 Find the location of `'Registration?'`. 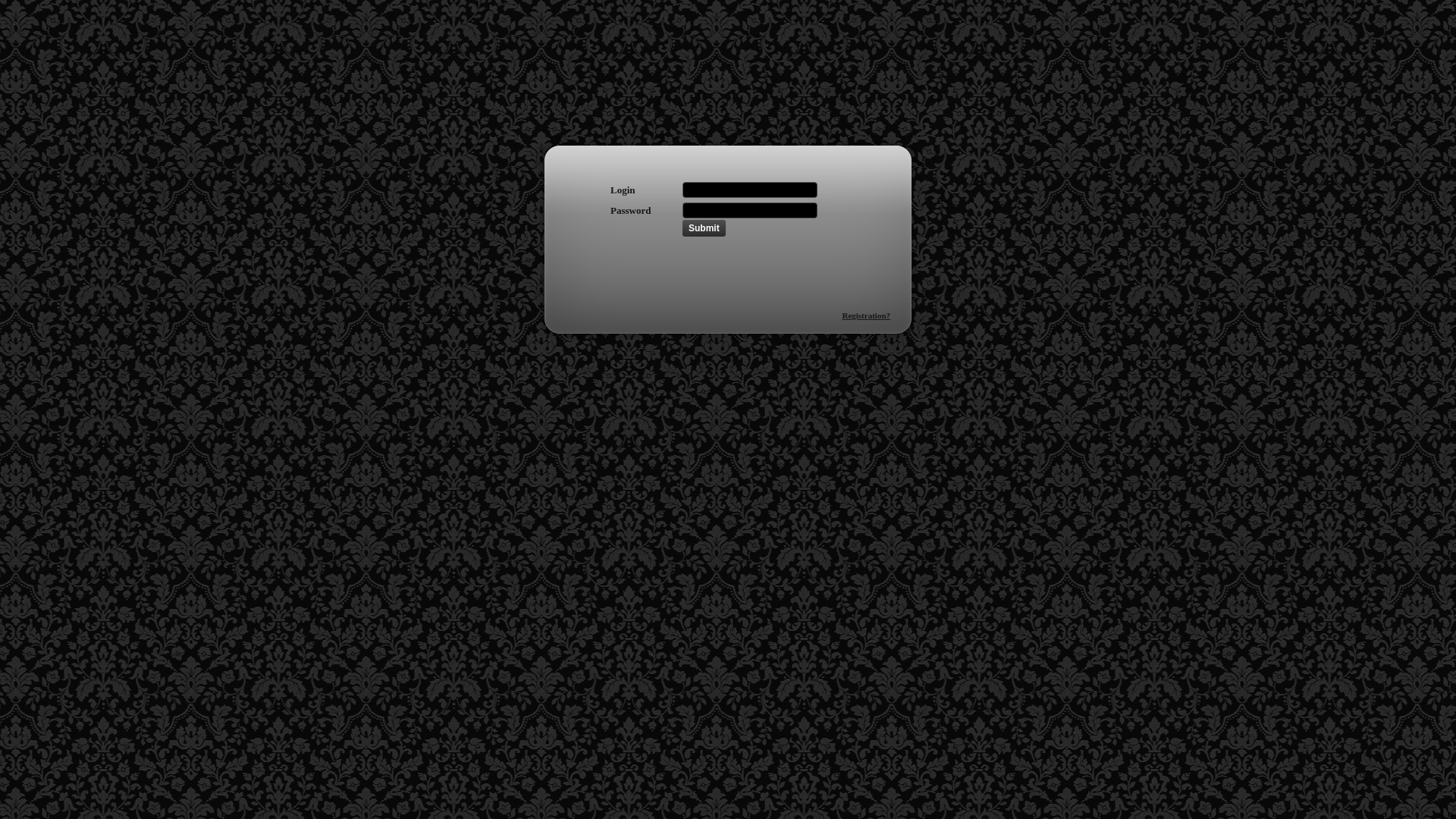

'Registration?' is located at coordinates (866, 315).